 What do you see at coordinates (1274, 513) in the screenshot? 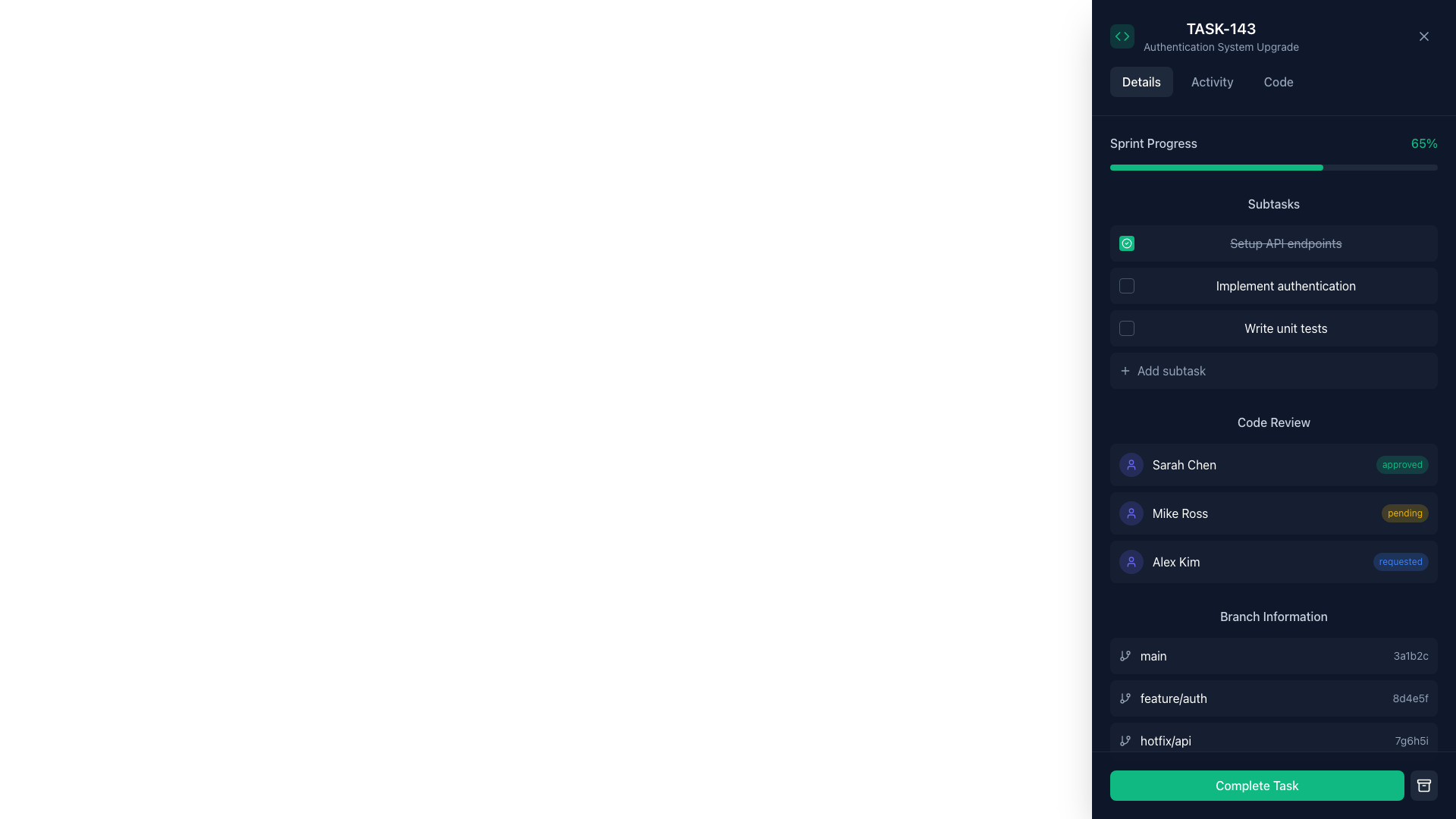
I see `the status update list item for 'Mike Ross' with a review status of 'pending' located` at bounding box center [1274, 513].